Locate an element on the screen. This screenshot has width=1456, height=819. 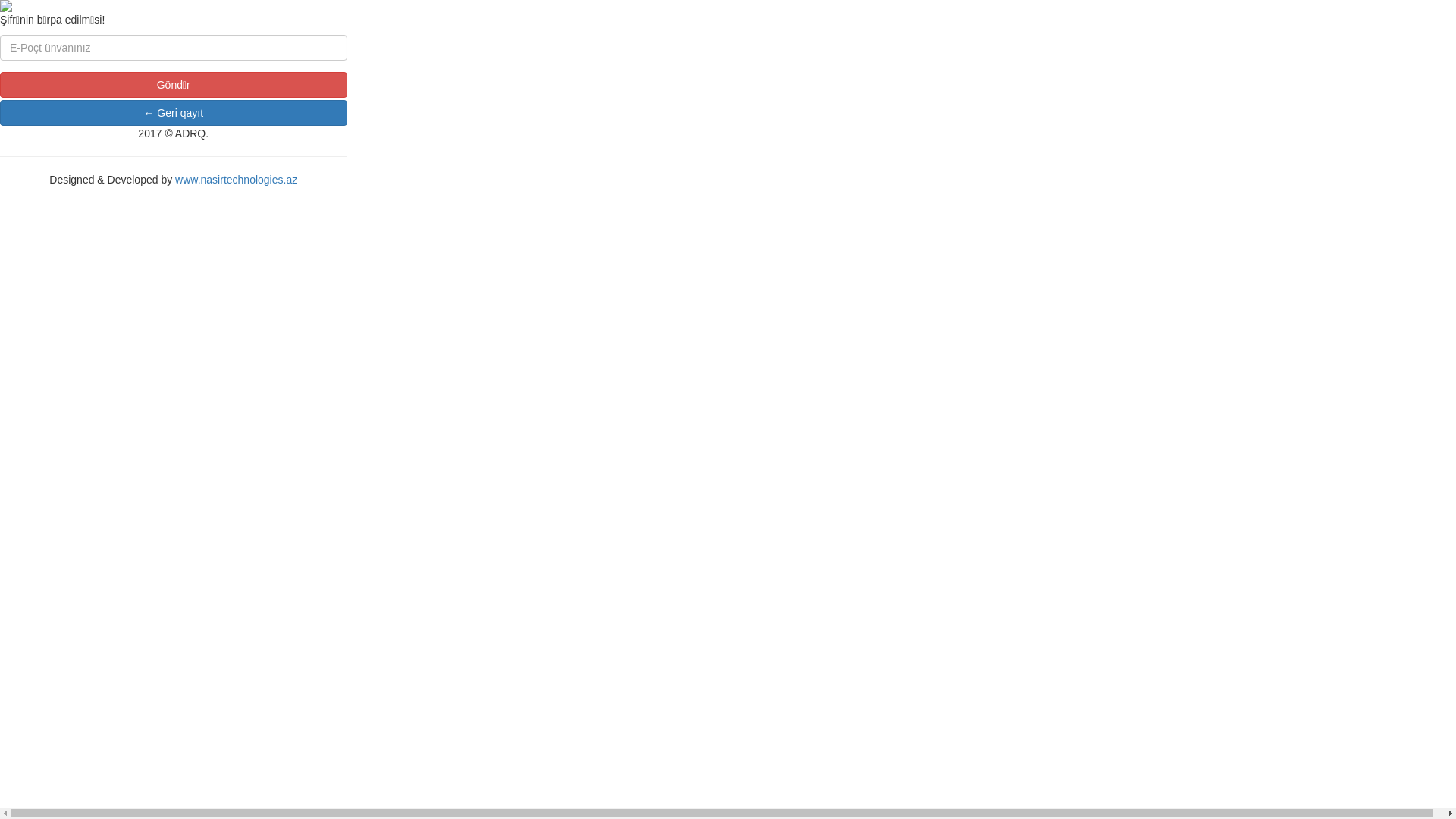
'www.nasirtechnologies.az' is located at coordinates (235, 178).